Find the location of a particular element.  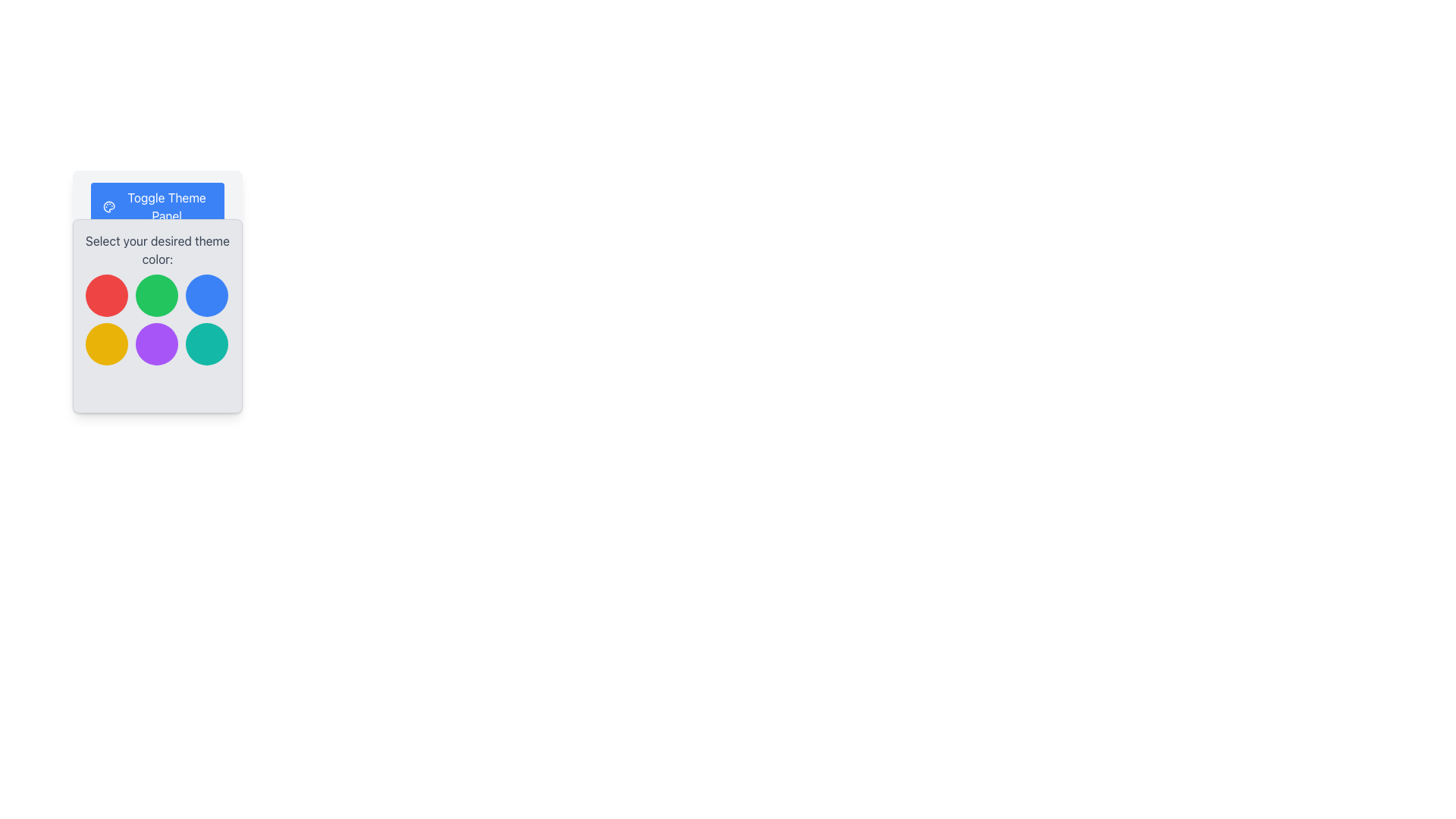

the first button in the vertically aligned card is located at coordinates (157, 207).